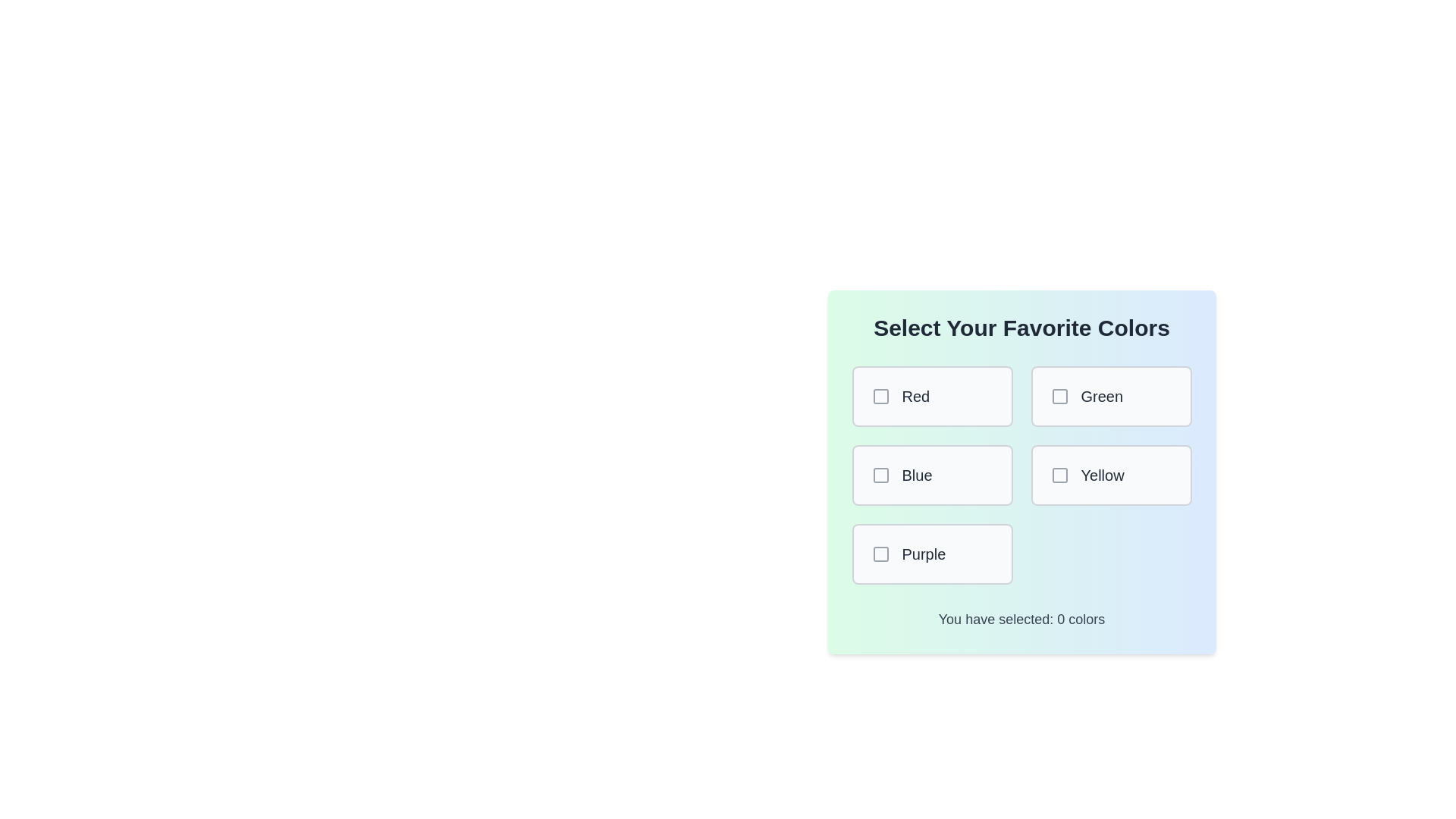  What do you see at coordinates (931, 554) in the screenshot?
I see `the color box labeled Purple` at bounding box center [931, 554].